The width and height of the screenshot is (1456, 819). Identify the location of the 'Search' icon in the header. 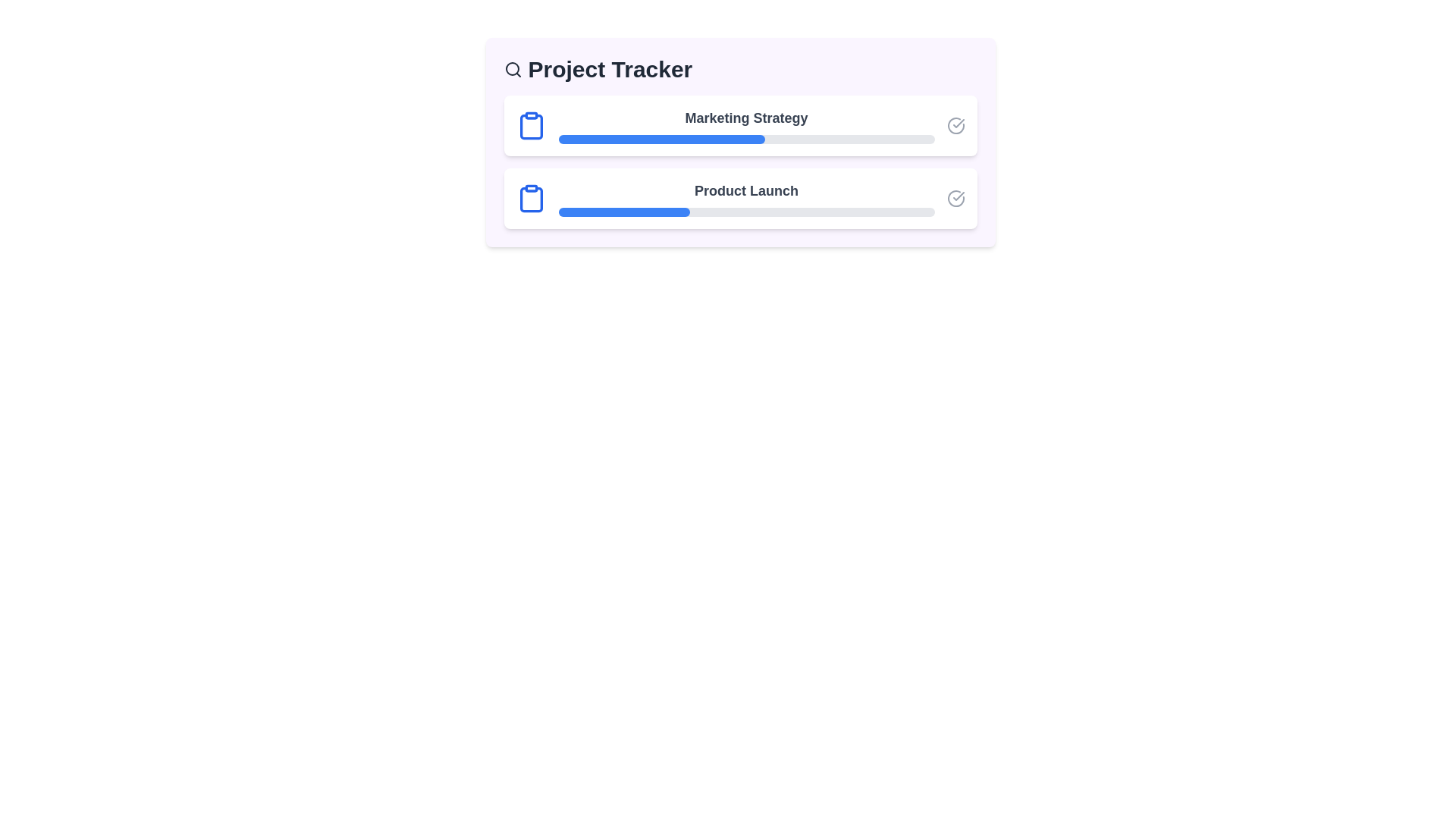
(513, 70).